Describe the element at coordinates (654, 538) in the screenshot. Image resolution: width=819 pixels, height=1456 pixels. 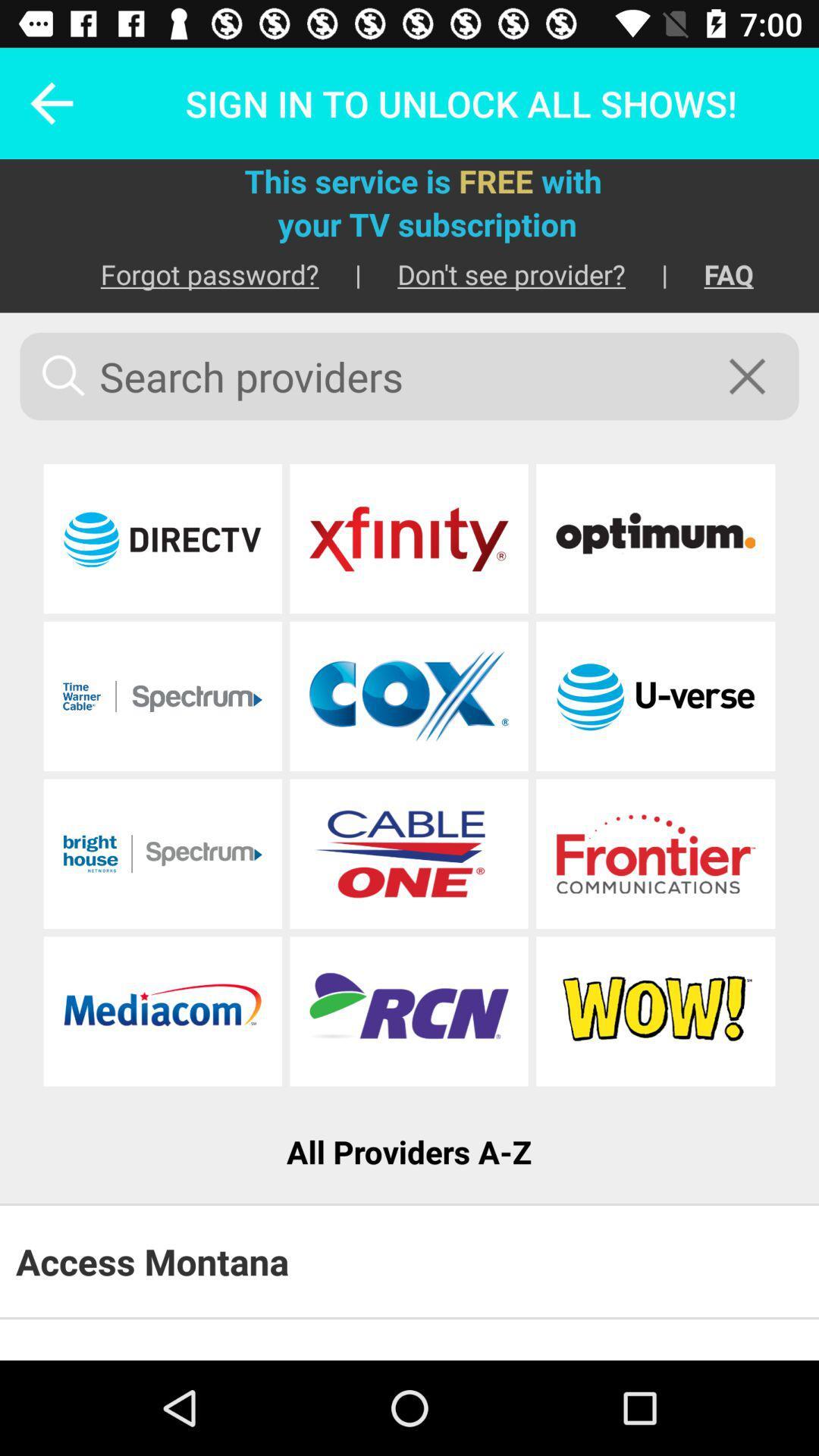
I see `sign in to the provider` at that location.